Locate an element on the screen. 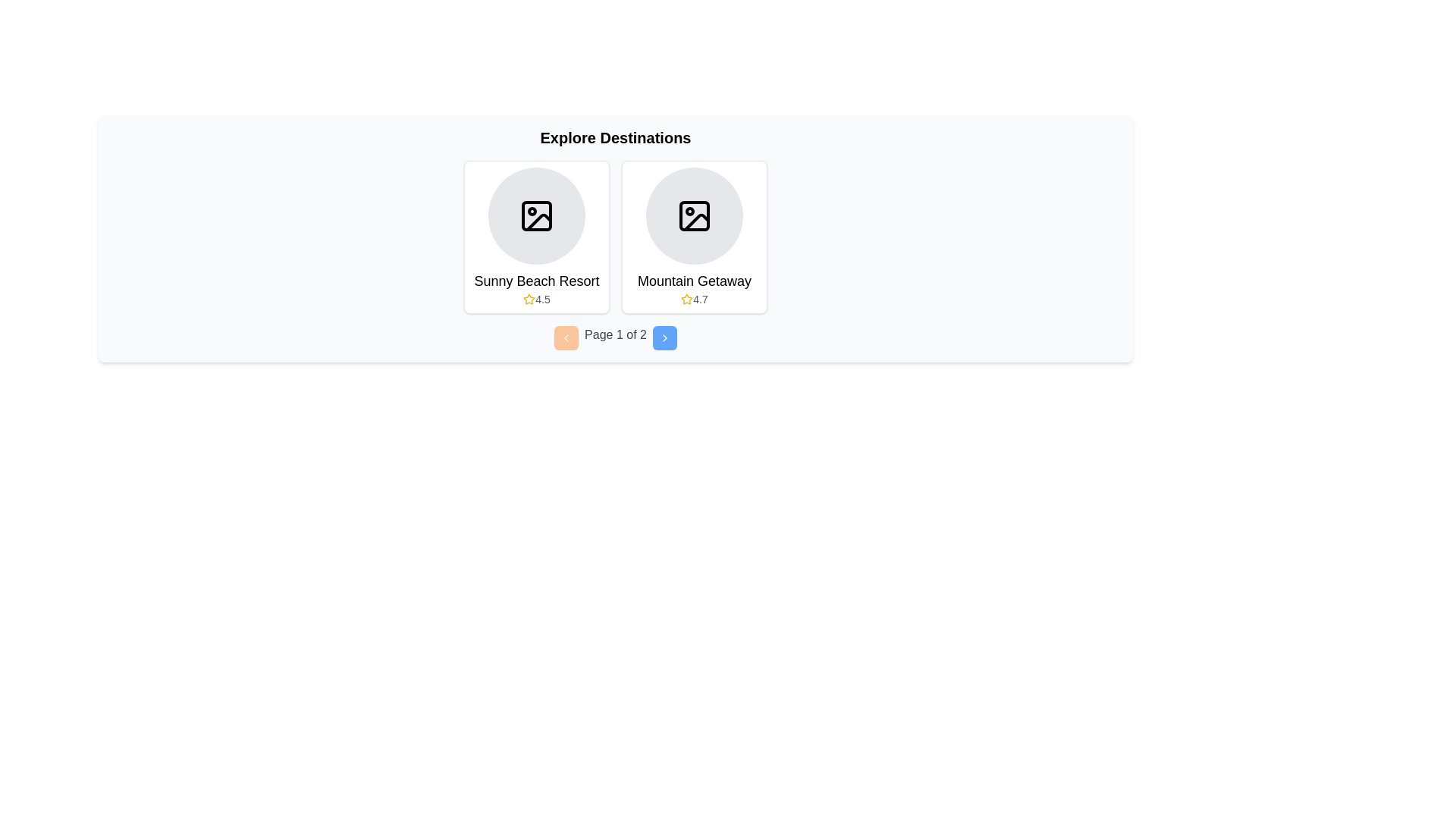 Image resolution: width=1456 pixels, height=819 pixels. the yellow star icon with a hollow center, which is part of the rating indicator for 'Sunny Beach Resort', to see the rating display is located at coordinates (529, 299).